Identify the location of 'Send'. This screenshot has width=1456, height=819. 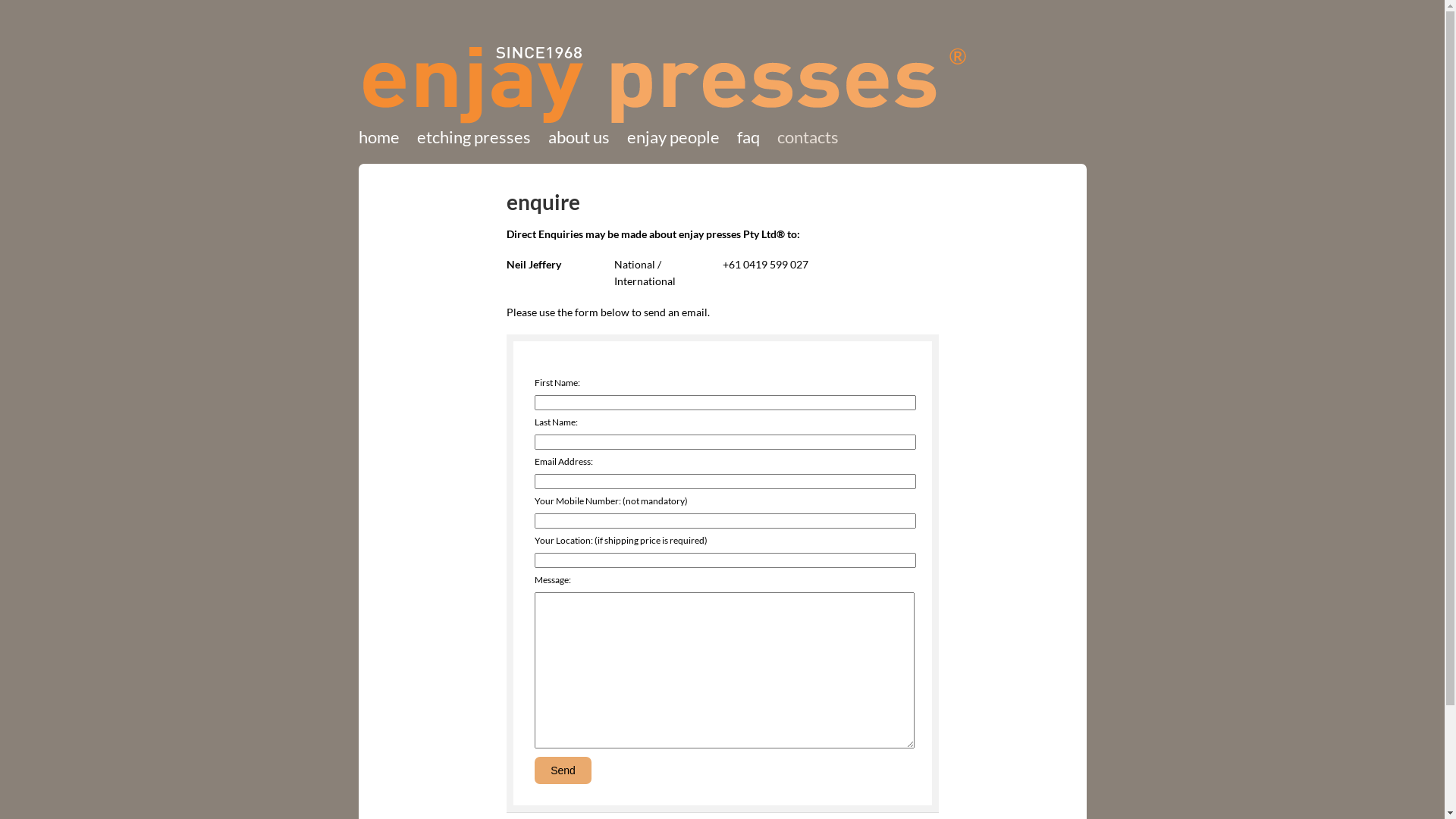
(562, 770).